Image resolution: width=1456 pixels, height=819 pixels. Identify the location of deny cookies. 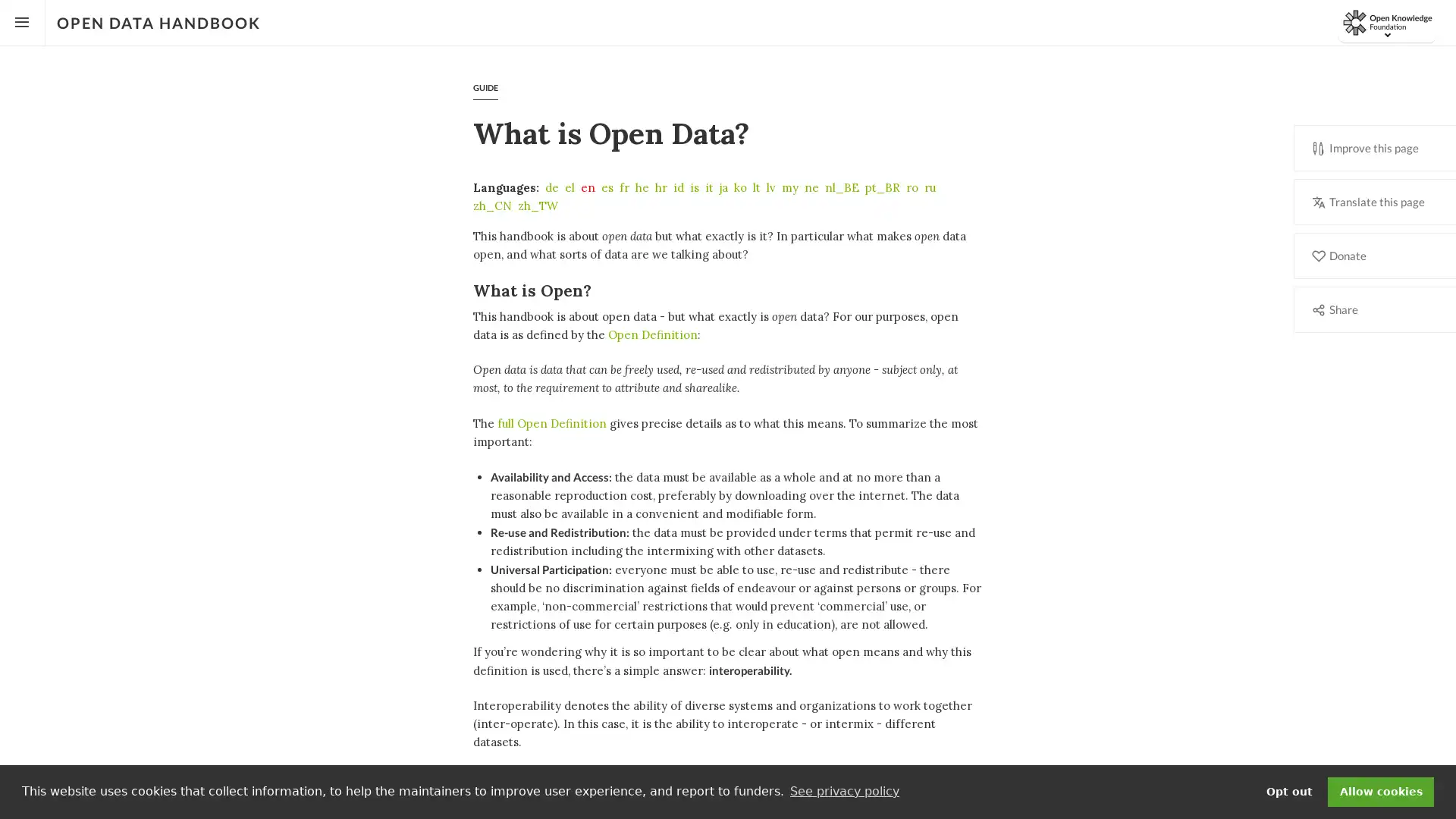
(1288, 791).